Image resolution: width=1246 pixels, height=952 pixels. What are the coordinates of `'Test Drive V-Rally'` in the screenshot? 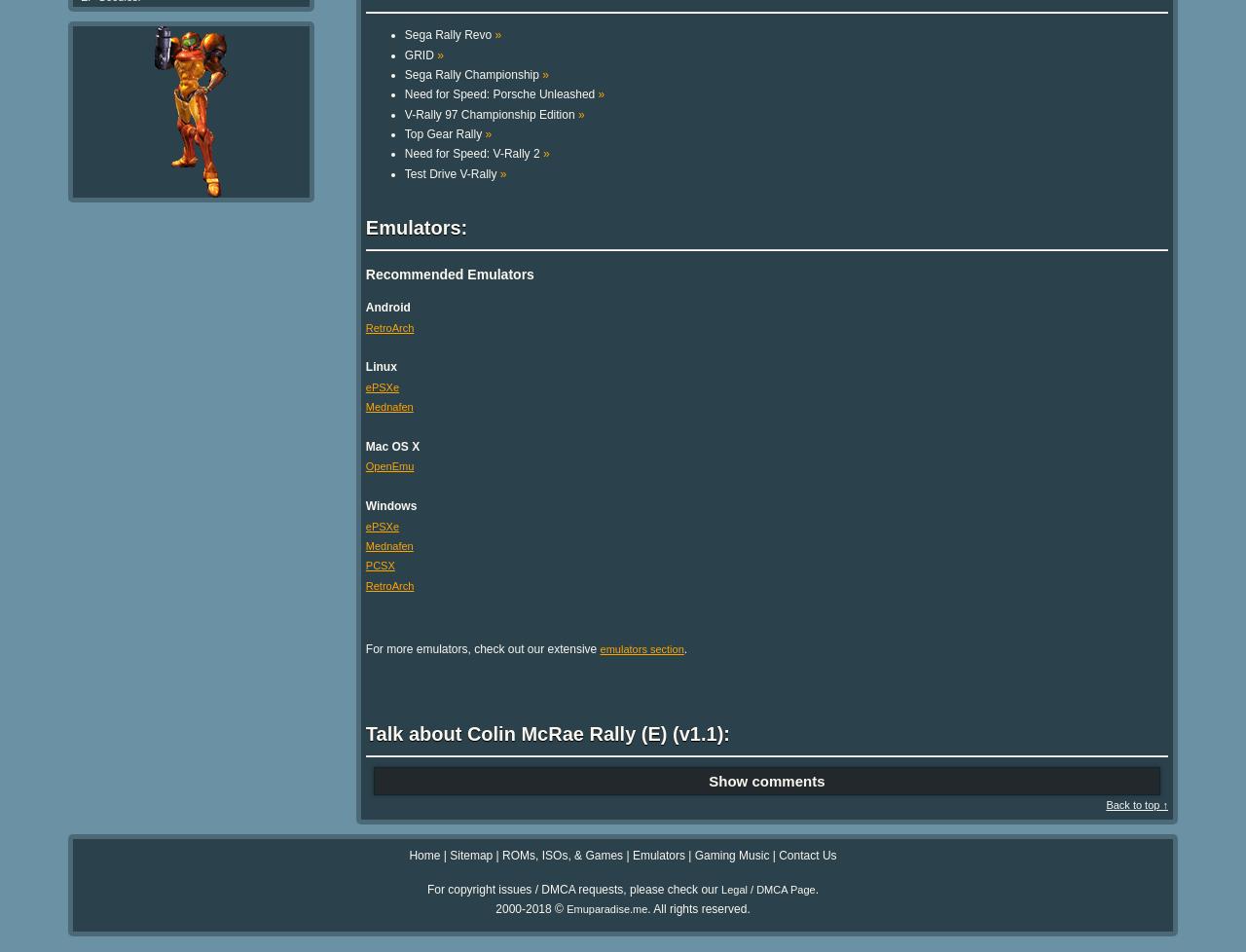 It's located at (451, 172).